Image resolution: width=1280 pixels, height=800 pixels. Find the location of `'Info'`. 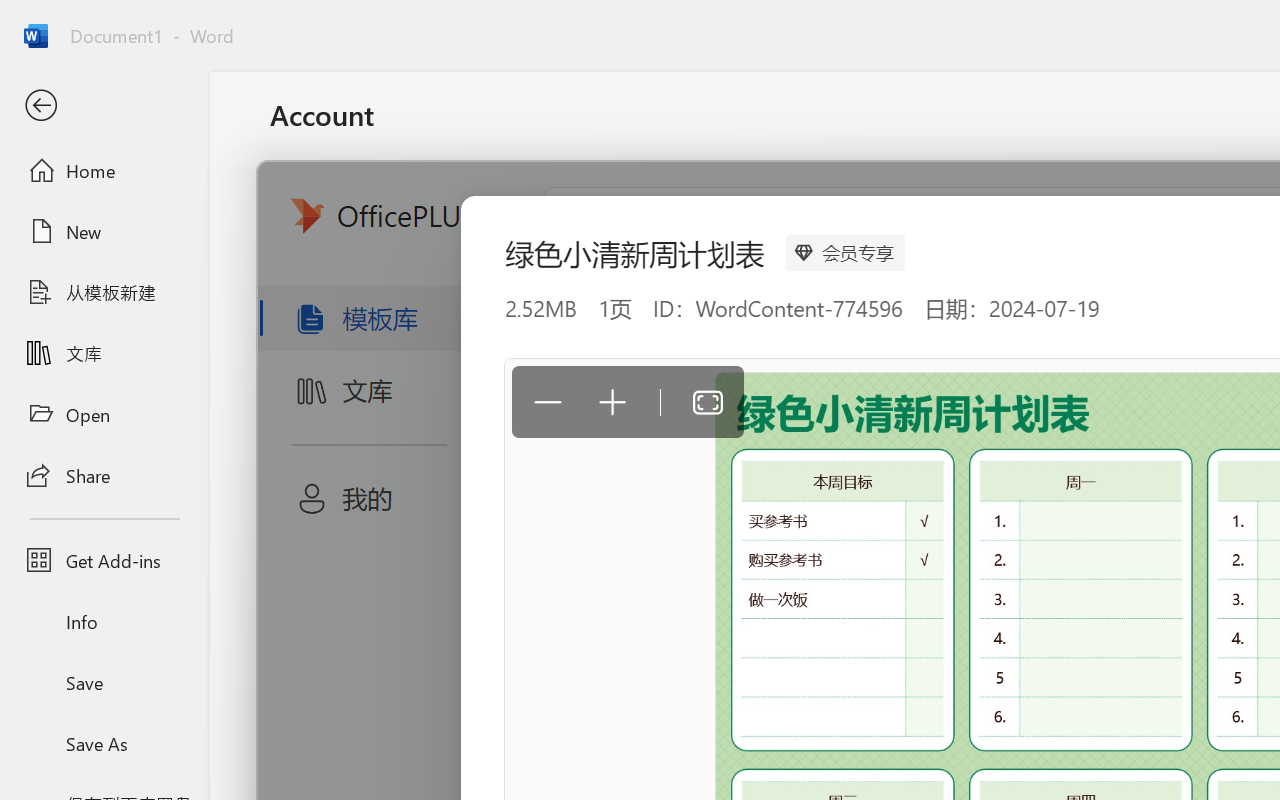

'Info' is located at coordinates (103, 621).